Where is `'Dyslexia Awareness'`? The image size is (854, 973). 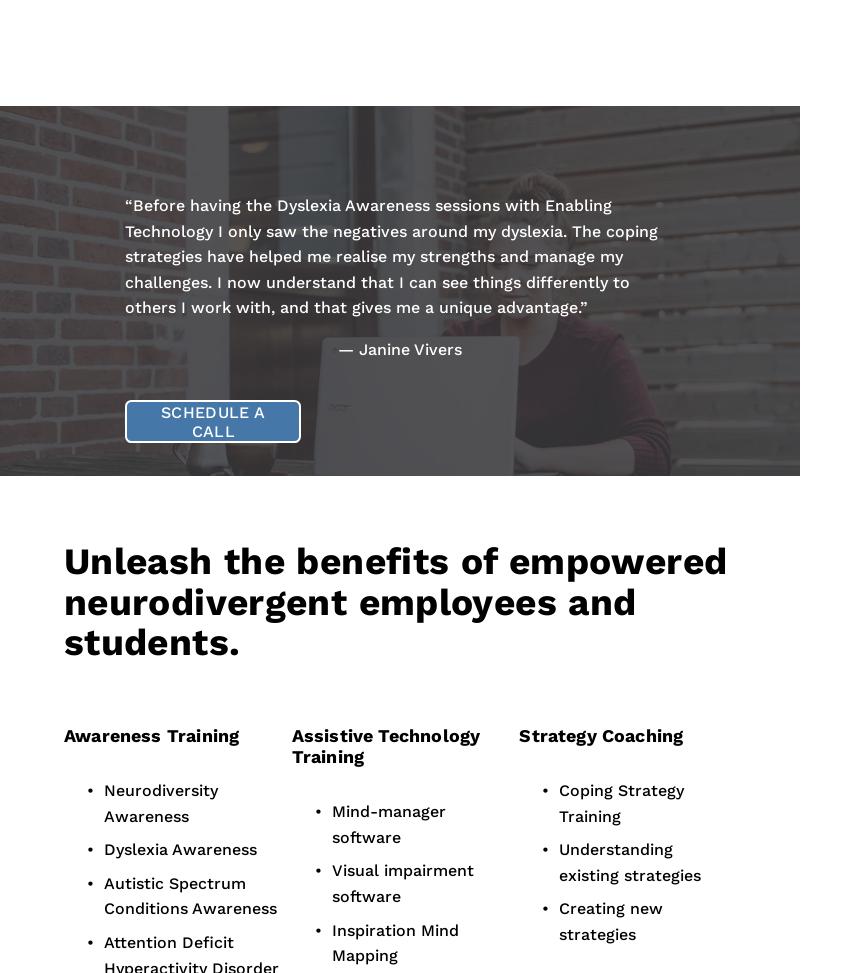
'Dyslexia Awareness' is located at coordinates (180, 849).